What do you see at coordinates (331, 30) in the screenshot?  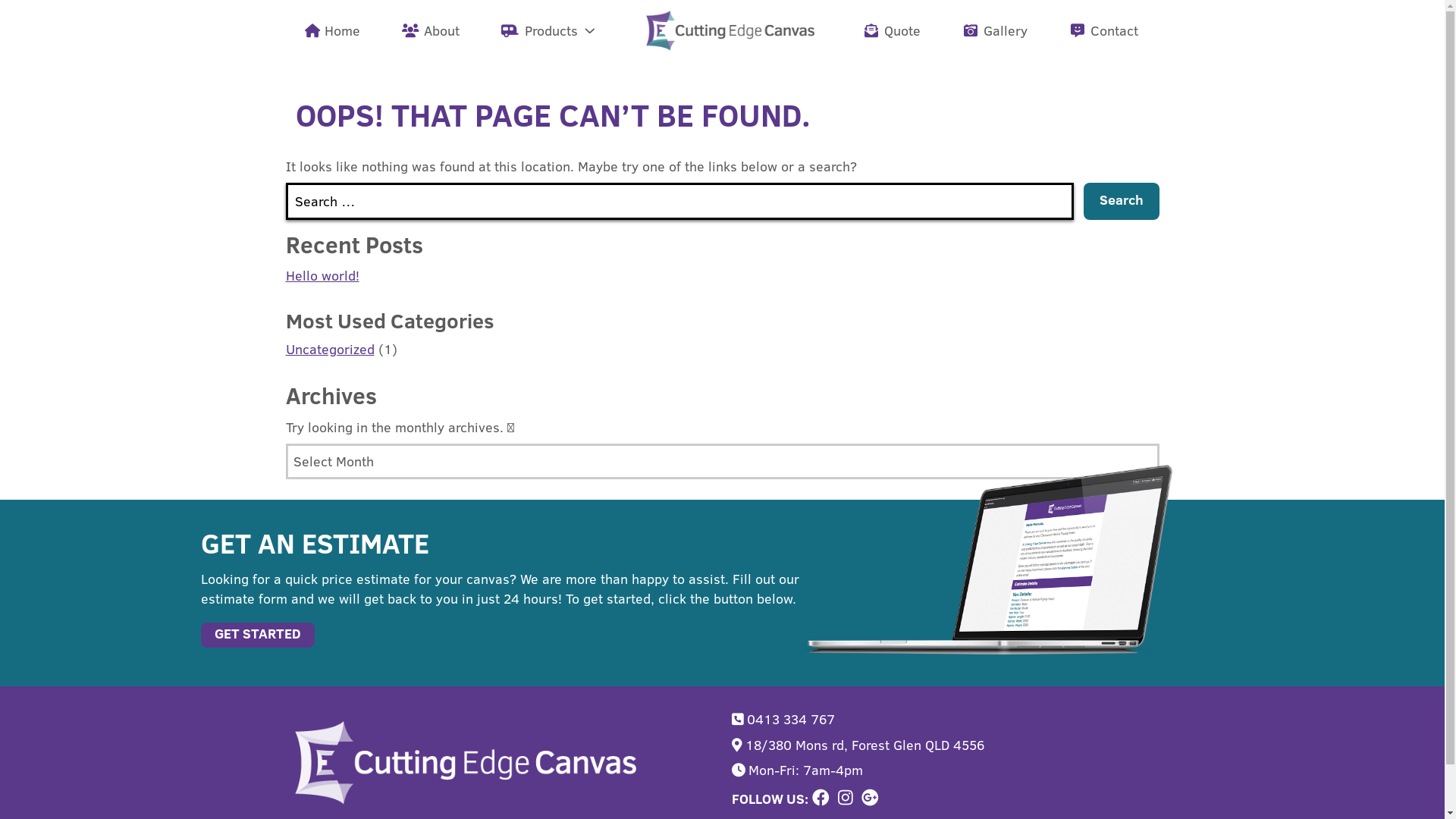 I see `'Home'` at bounding box center [331, 30].